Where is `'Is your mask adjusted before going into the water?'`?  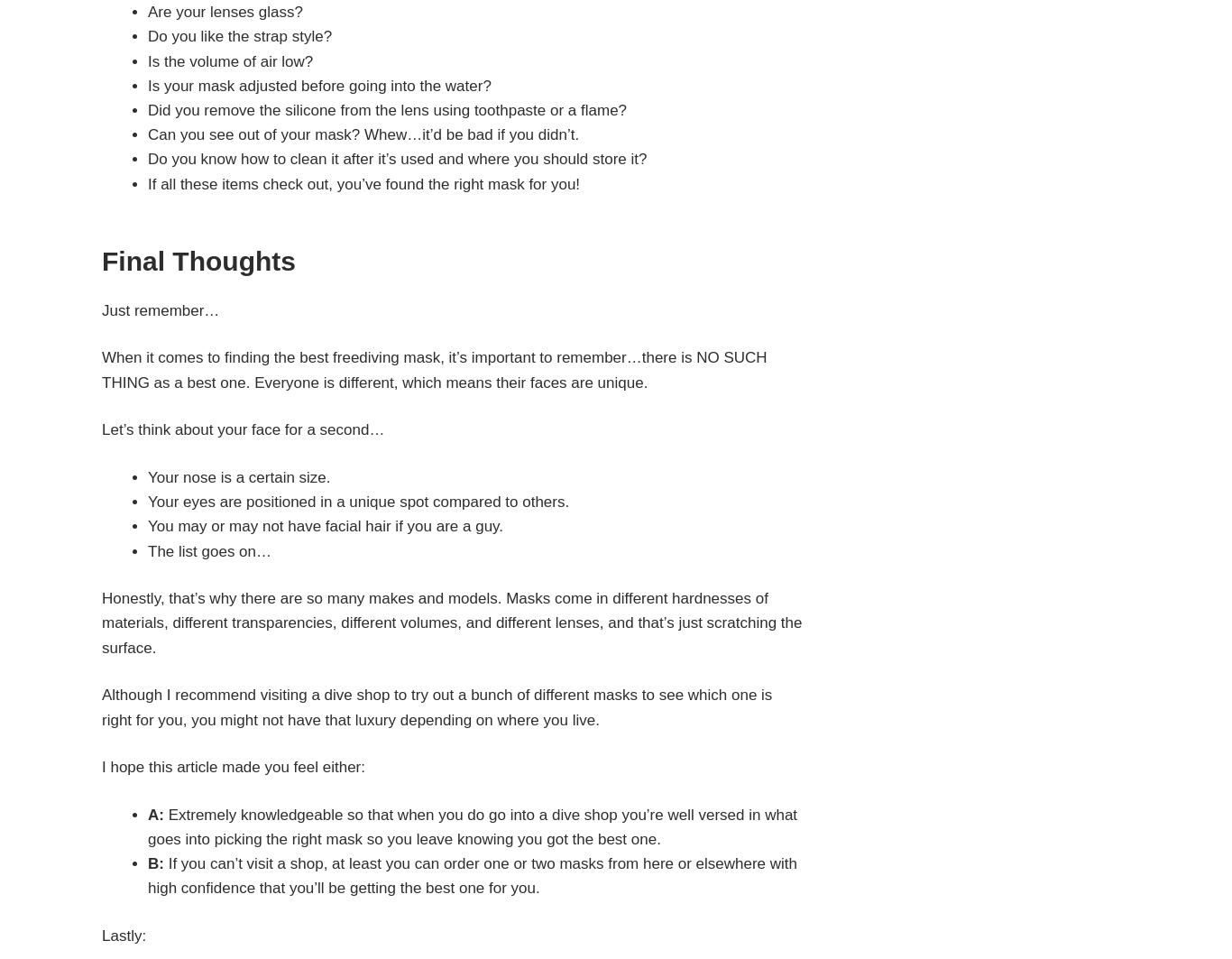 'Is your mask adjusted before going into the water?' is located at coordinates (318, 85).